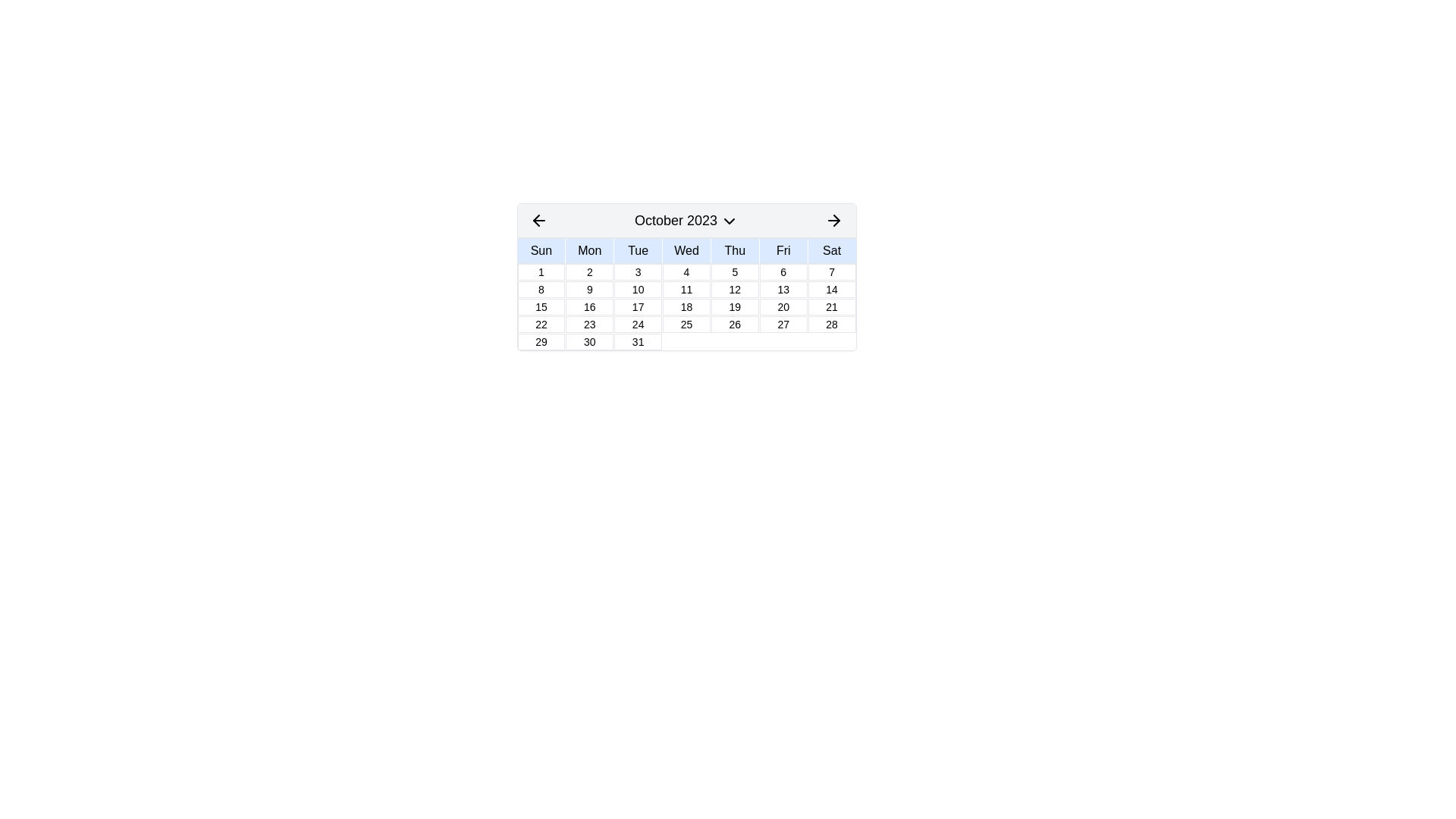  Describe the element at coordinates (541, 324) in the screenshot. I see `the square-shaped calendar day cell with a white background containing the text '22'` at that location.